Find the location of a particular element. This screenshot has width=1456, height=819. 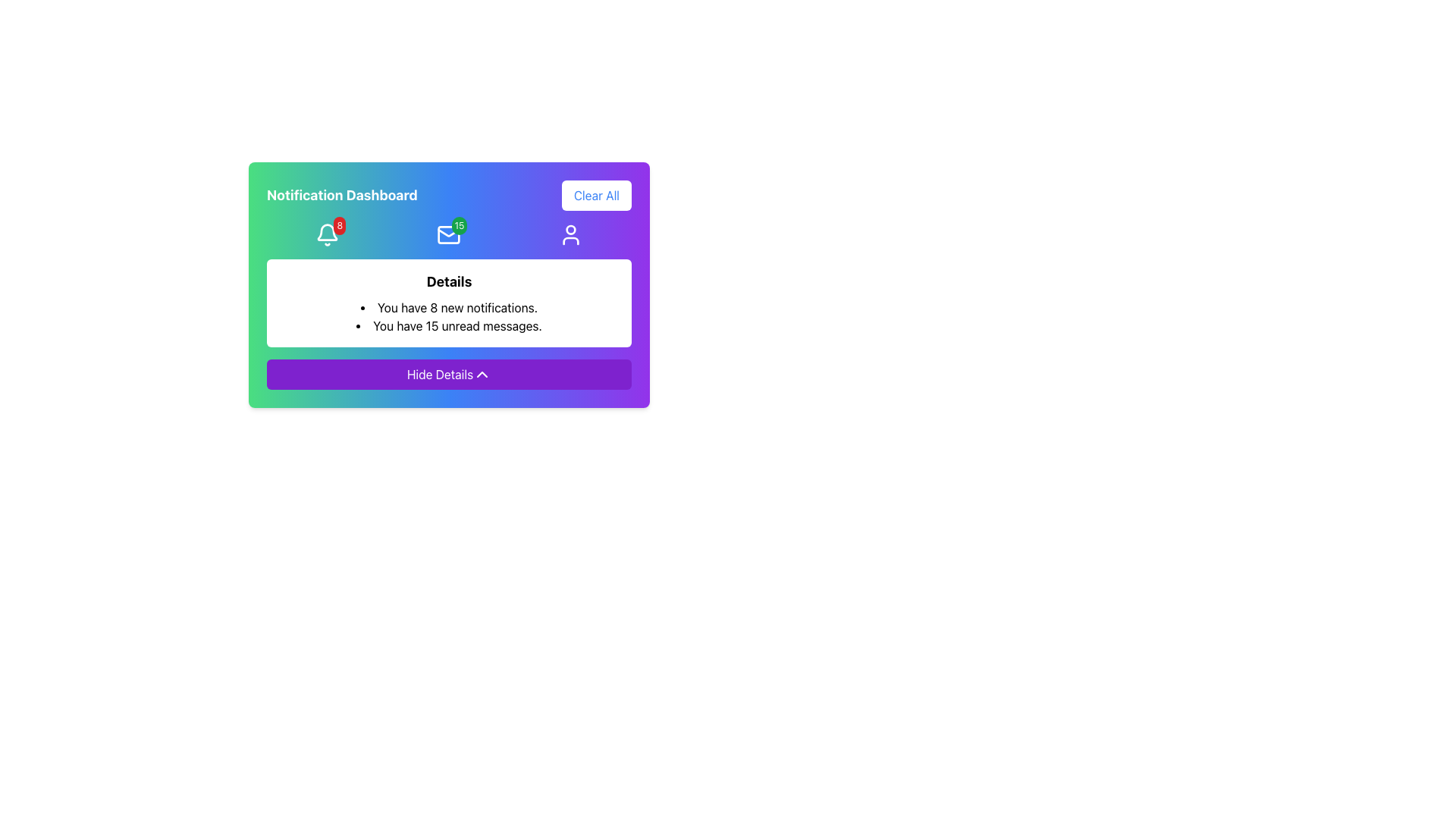

the Circle representation in the SVG graphic that represents the user profile icon, located in the top-right quadrant of the dashboard interface is located at coordinates (570, 230).